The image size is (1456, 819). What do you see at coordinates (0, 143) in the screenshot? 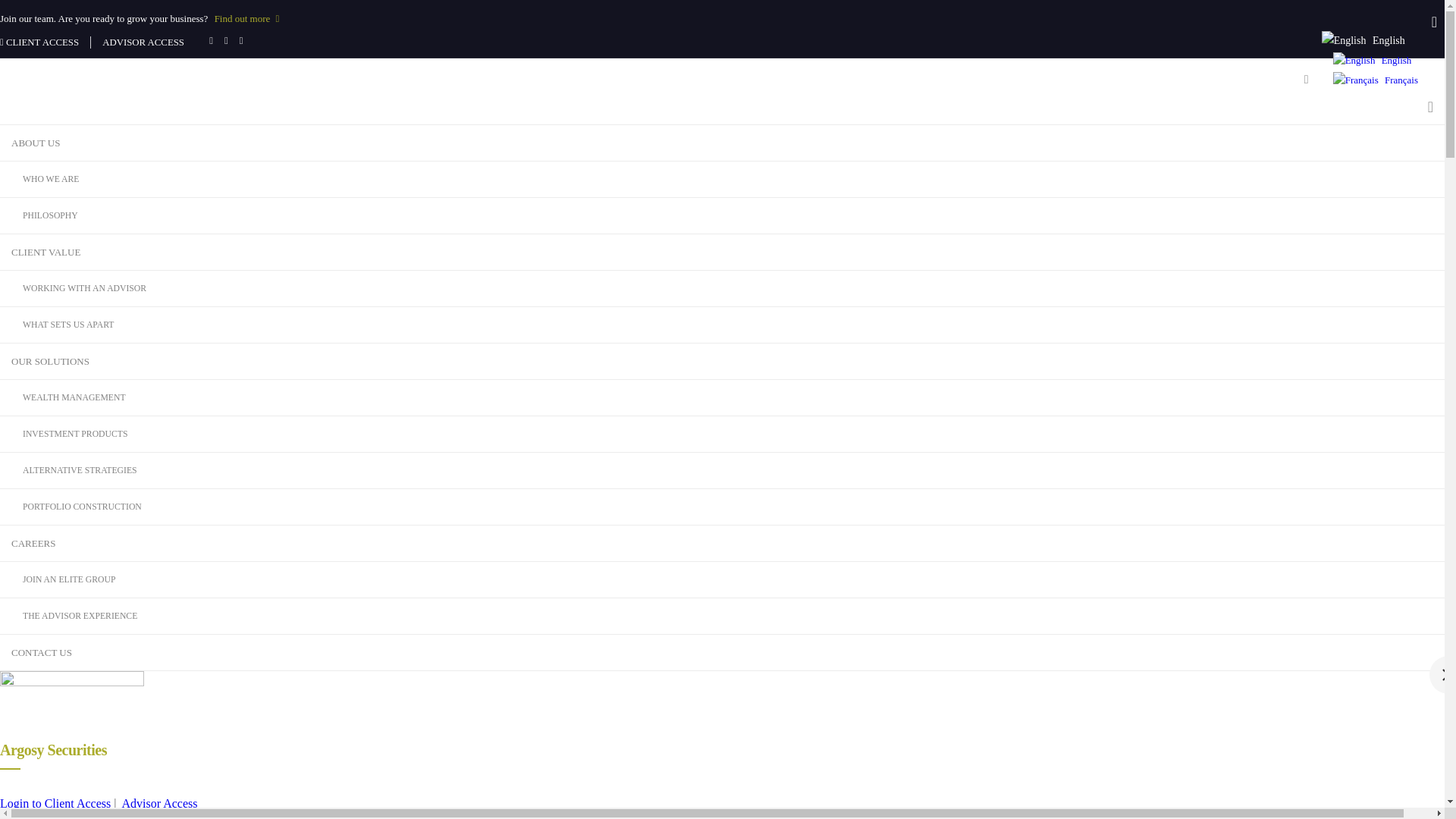
I see `'ABOUT US'` at bounding box center [0, 143].